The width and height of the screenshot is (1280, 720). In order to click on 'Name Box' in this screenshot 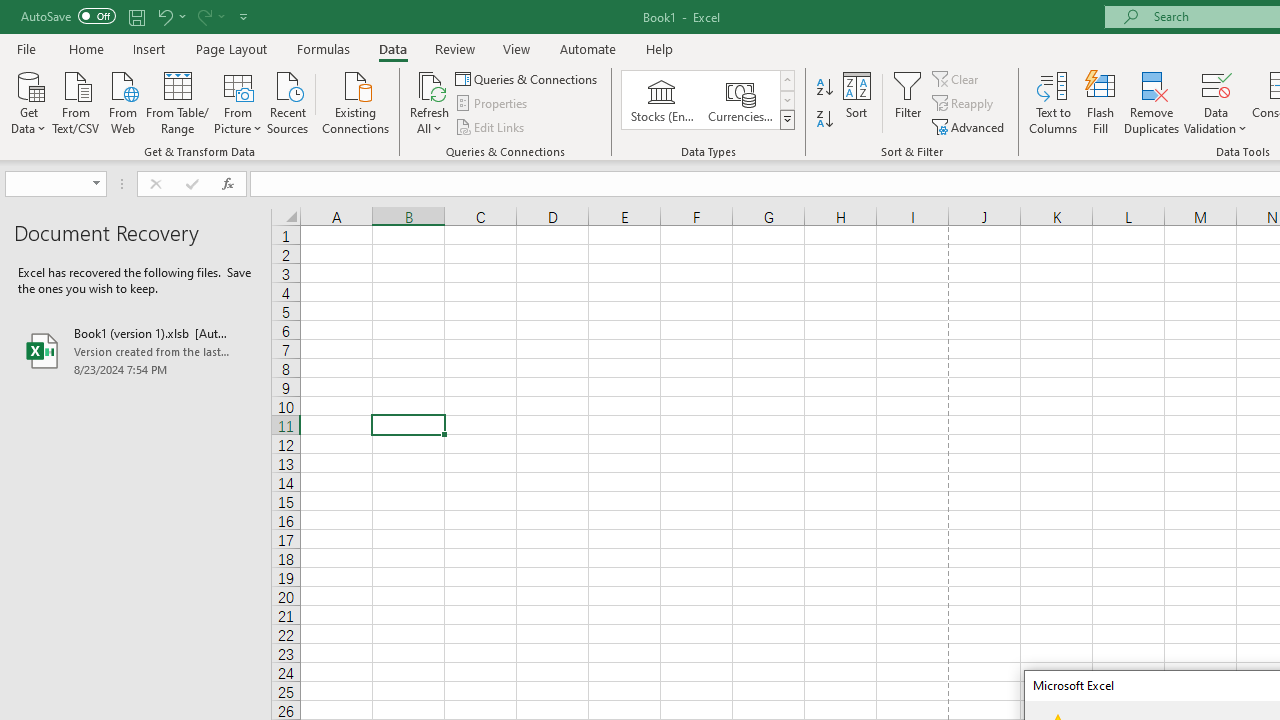, I will do `click(47, 183)`.